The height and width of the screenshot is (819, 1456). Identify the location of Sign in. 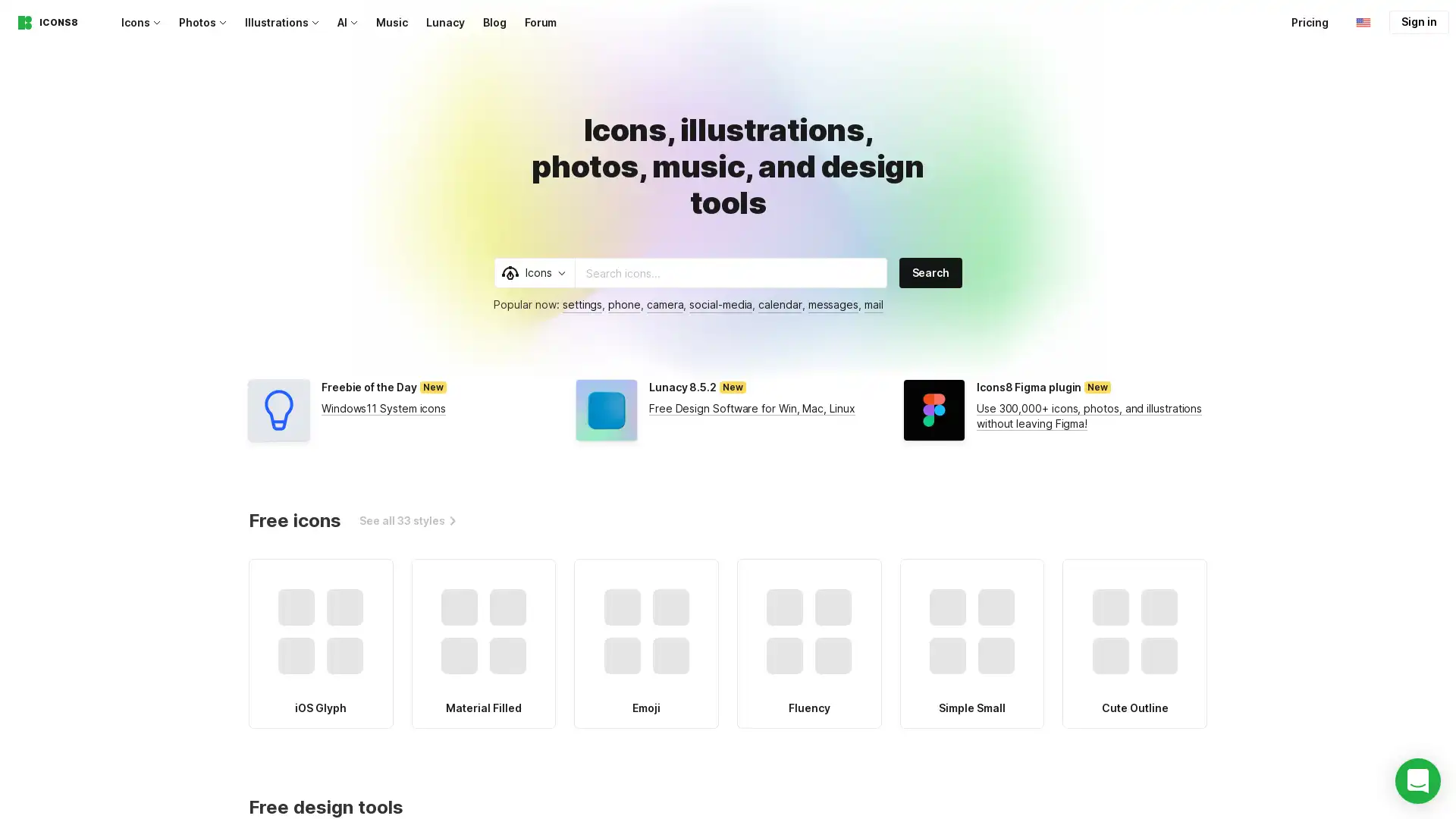
(1418, 22).